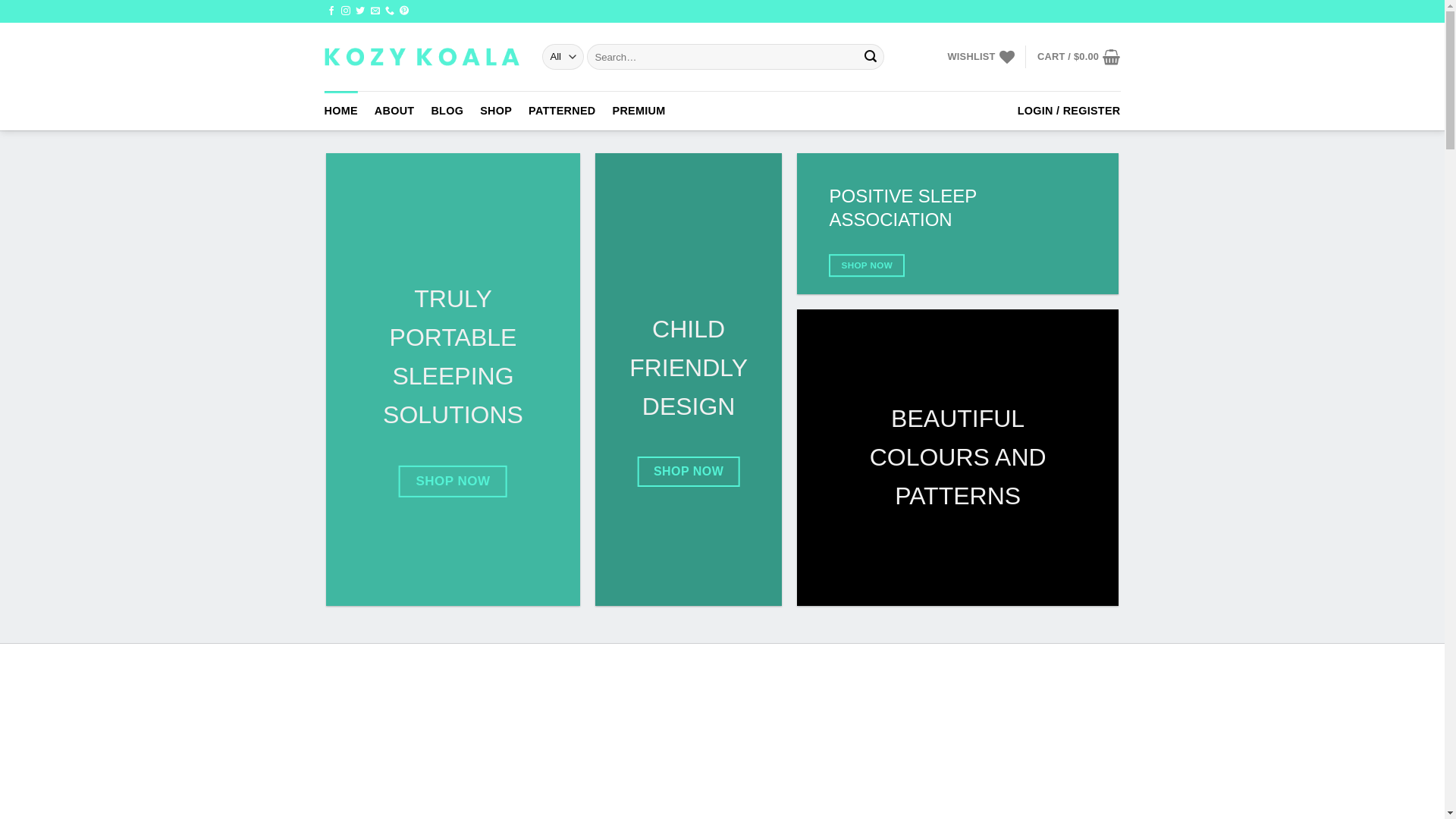 The image size is (1456, 819). Describe the element at coordinates (495, 110) in the screenshot. I see `'SHOP'` at that location.